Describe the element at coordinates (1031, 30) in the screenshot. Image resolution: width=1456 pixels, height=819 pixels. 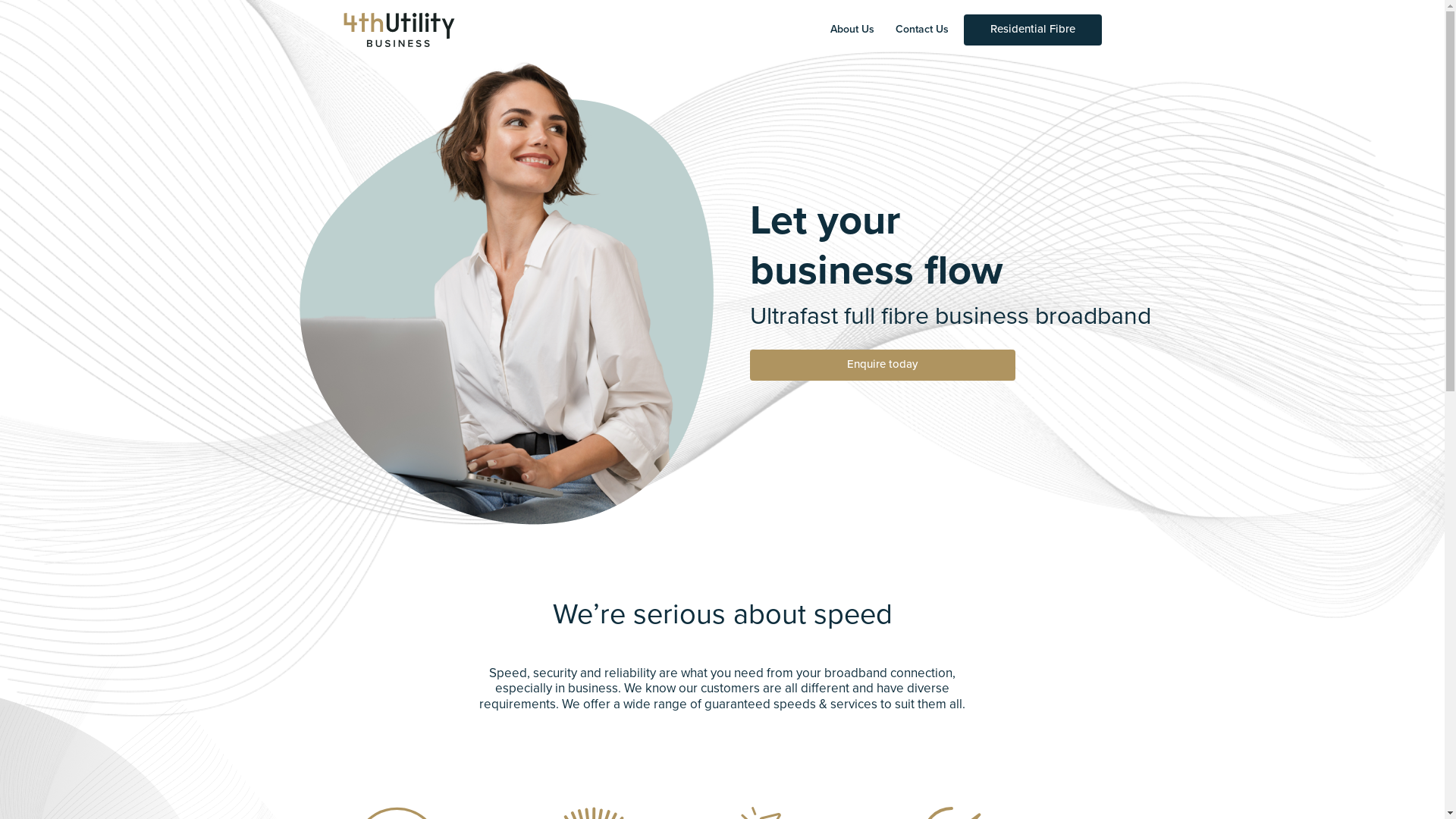
I see `'Residential Fibre'` at that location.